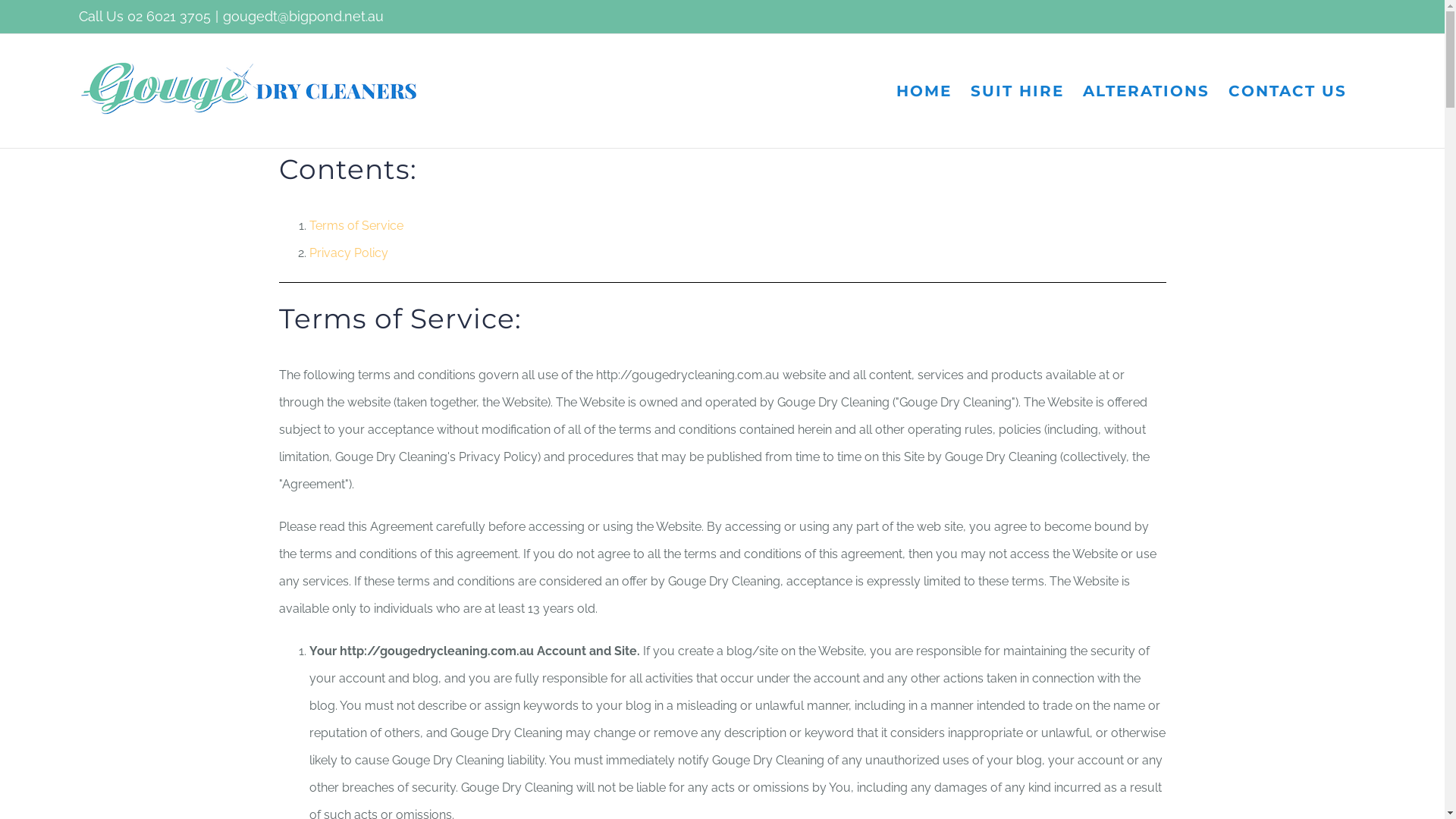 The height and width of the screenshot is (819, 1456). I want to click on 'HOME', so click(896, 90).